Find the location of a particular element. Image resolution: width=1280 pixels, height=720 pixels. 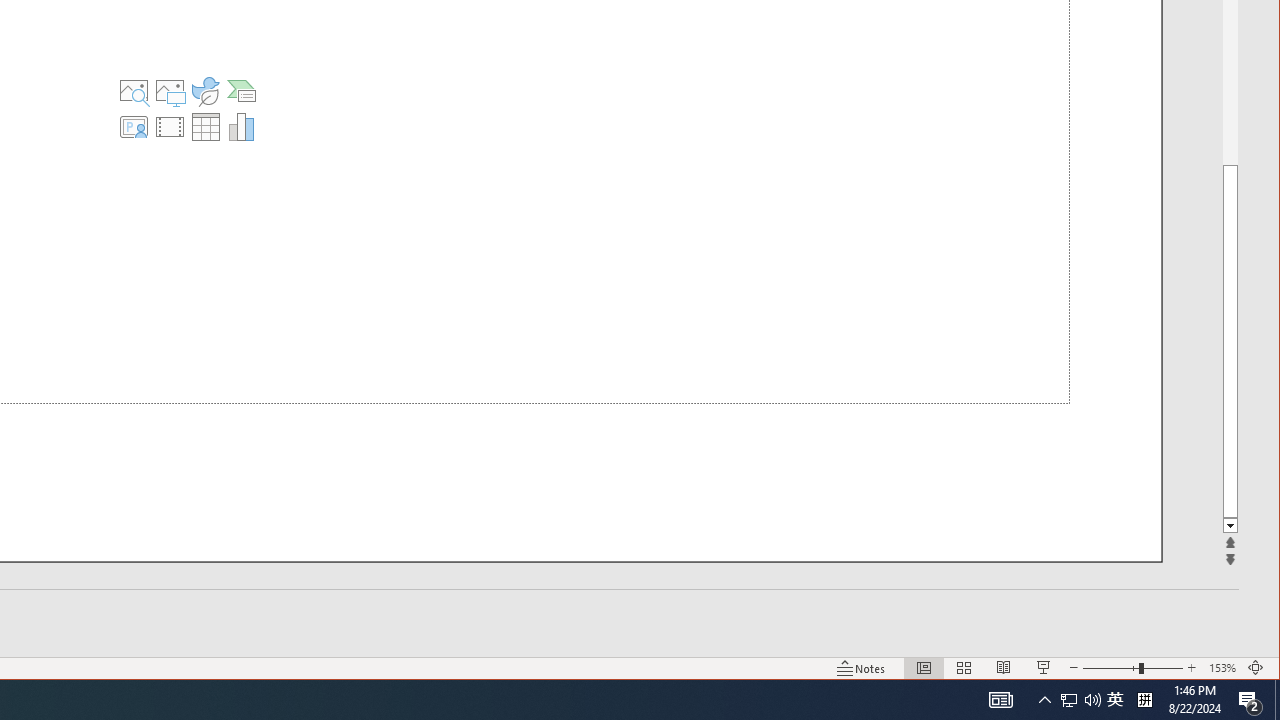

'AutomationID: 4105' is located at coordinates (1000, 698).